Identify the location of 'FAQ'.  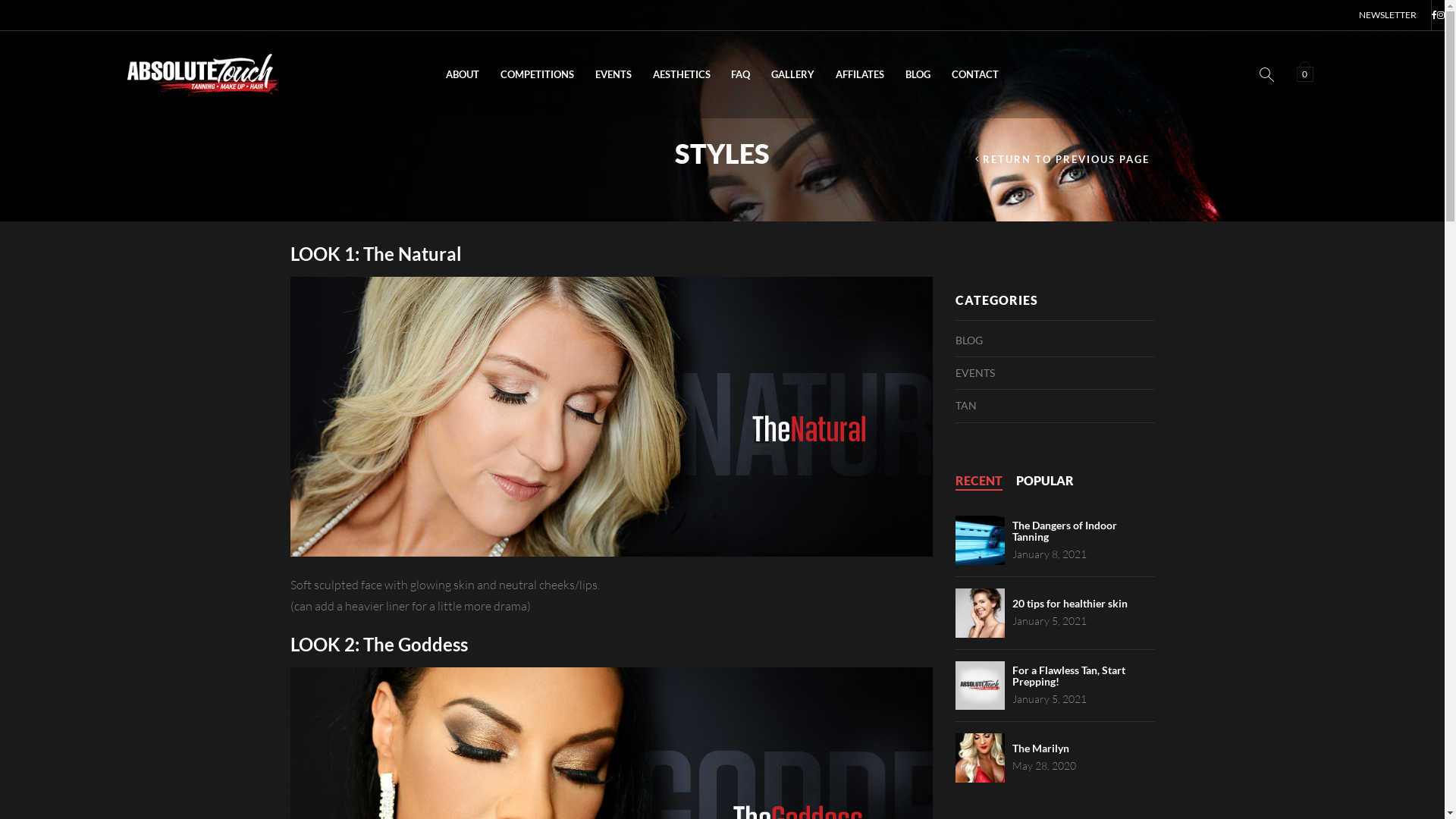
(720, 74).